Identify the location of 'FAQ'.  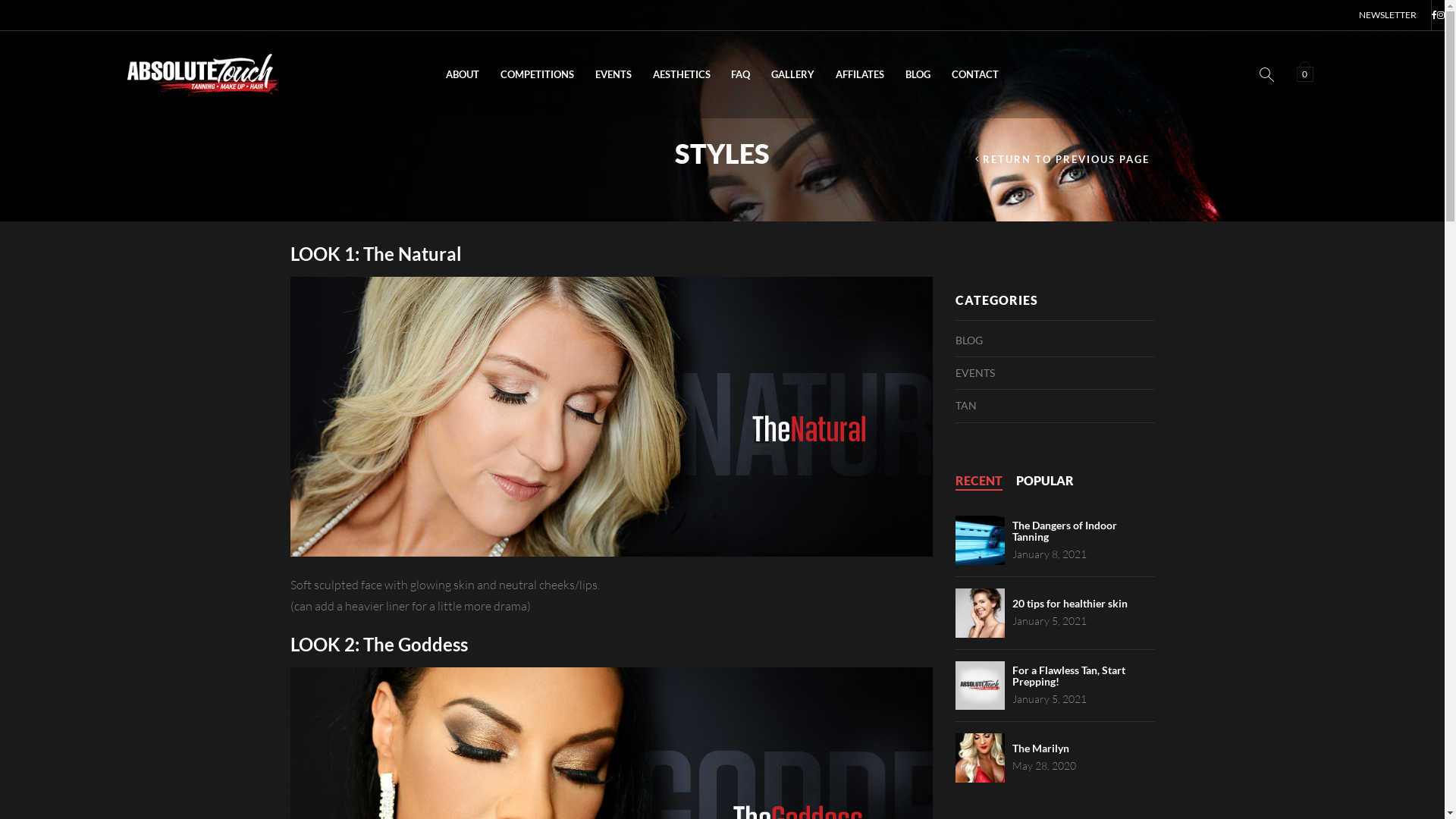
(720, 74).